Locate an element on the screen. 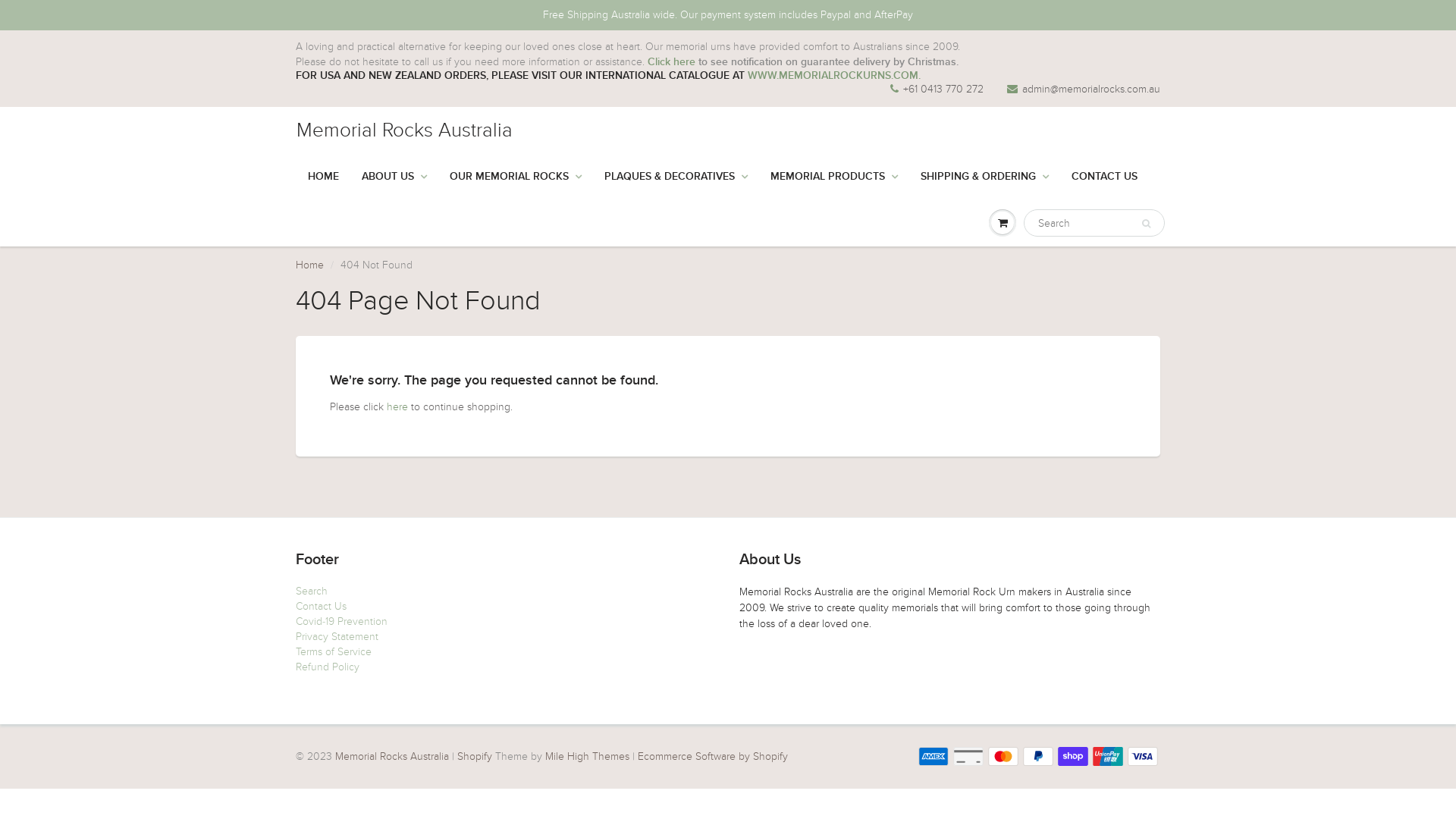 This screenshot has width=1456, height=819. 'Home' is located at coordinates (309, 264).